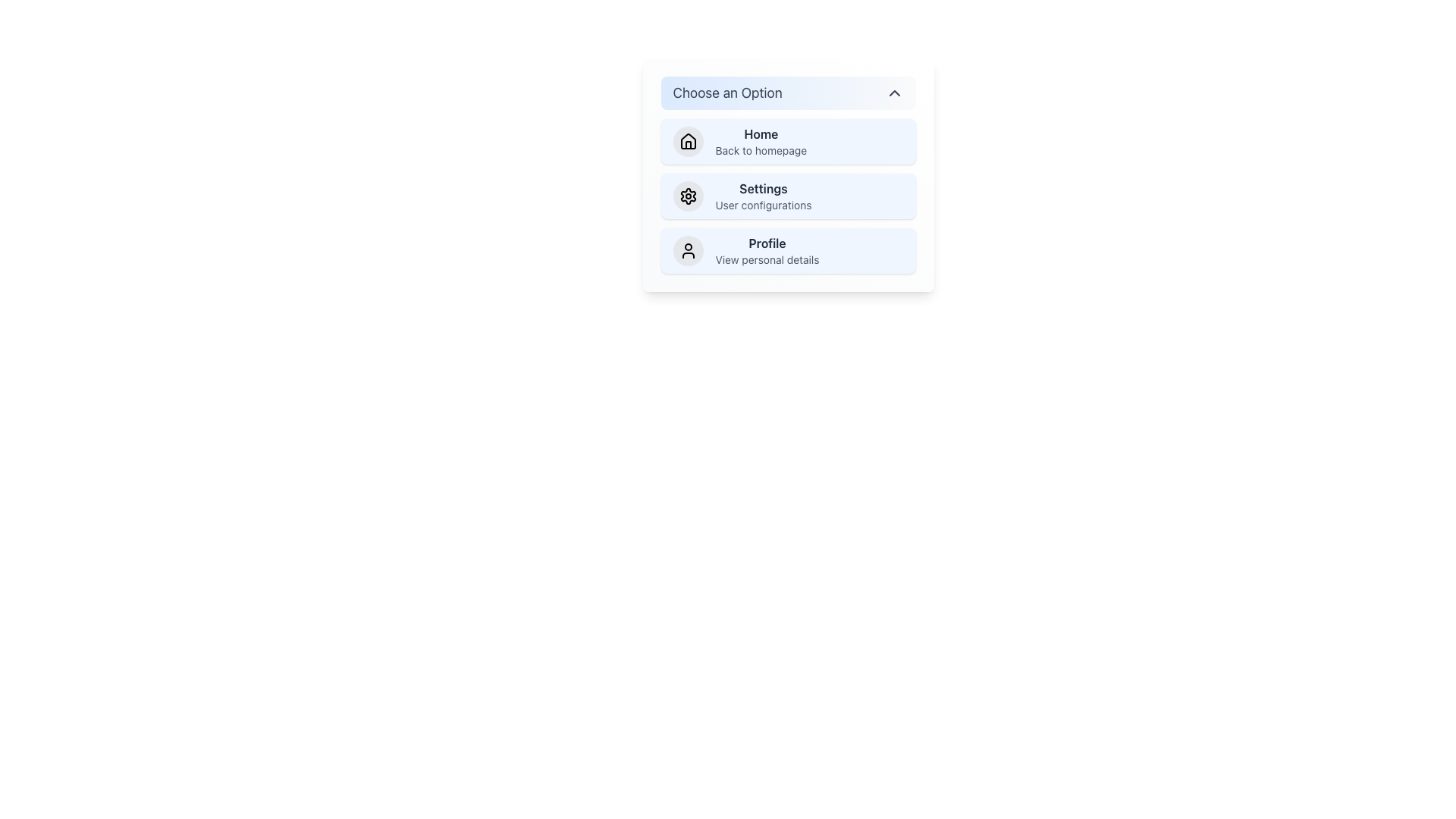  What do you see at coordinates (761, 141) in the screenshot?
I see `the 'Home' label element with a soft blue background that contains the text 'Home' in bold and 'Back to homepage' in a smaller style, positioned at the top of a menu structure` at bounding box center [761, 141].